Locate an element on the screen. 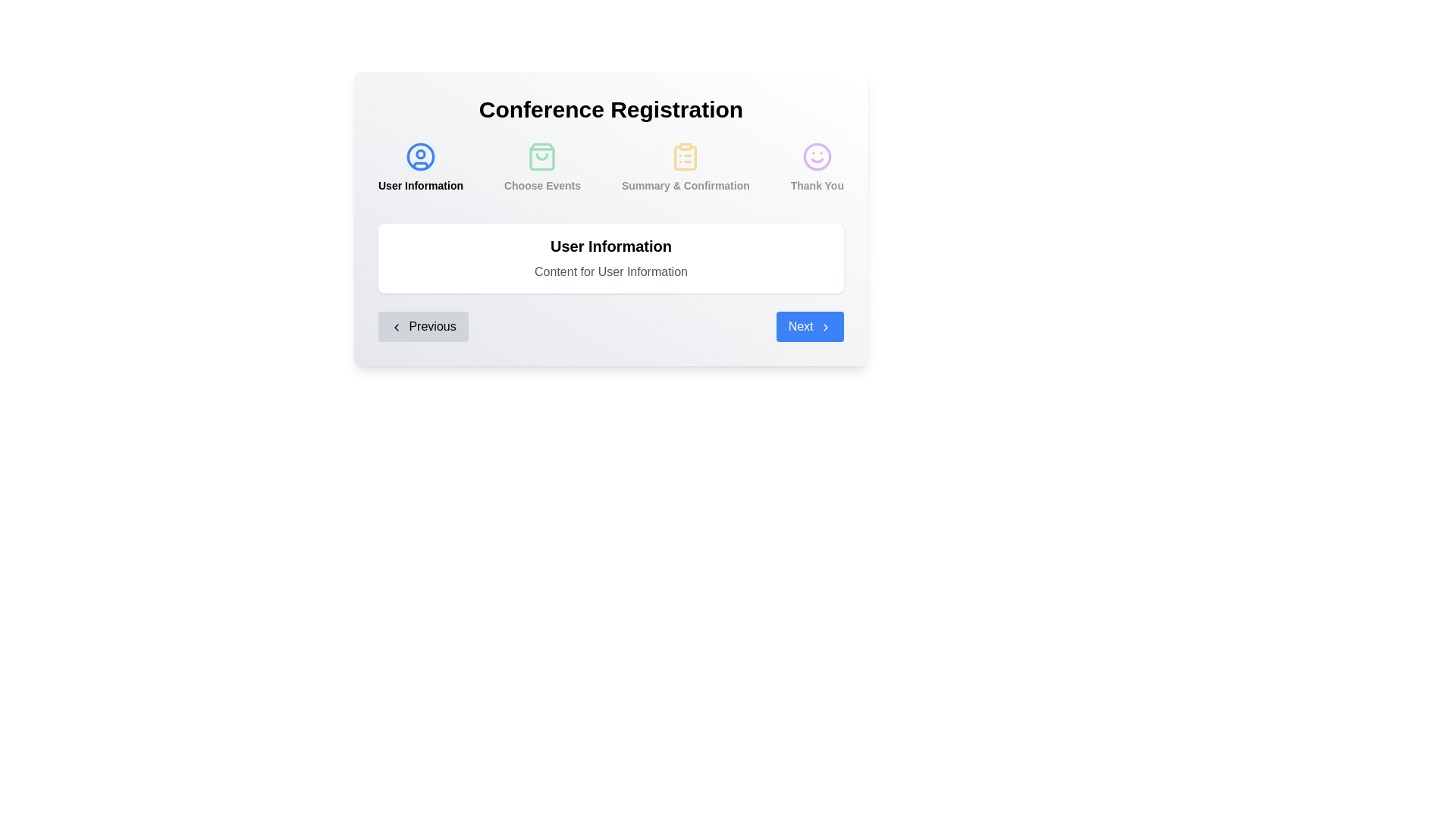 This screenshot has height=819, width=1456. the individual steps of the progress bar located below the title 'Conference Registration' is located at coordinates (611, 172).